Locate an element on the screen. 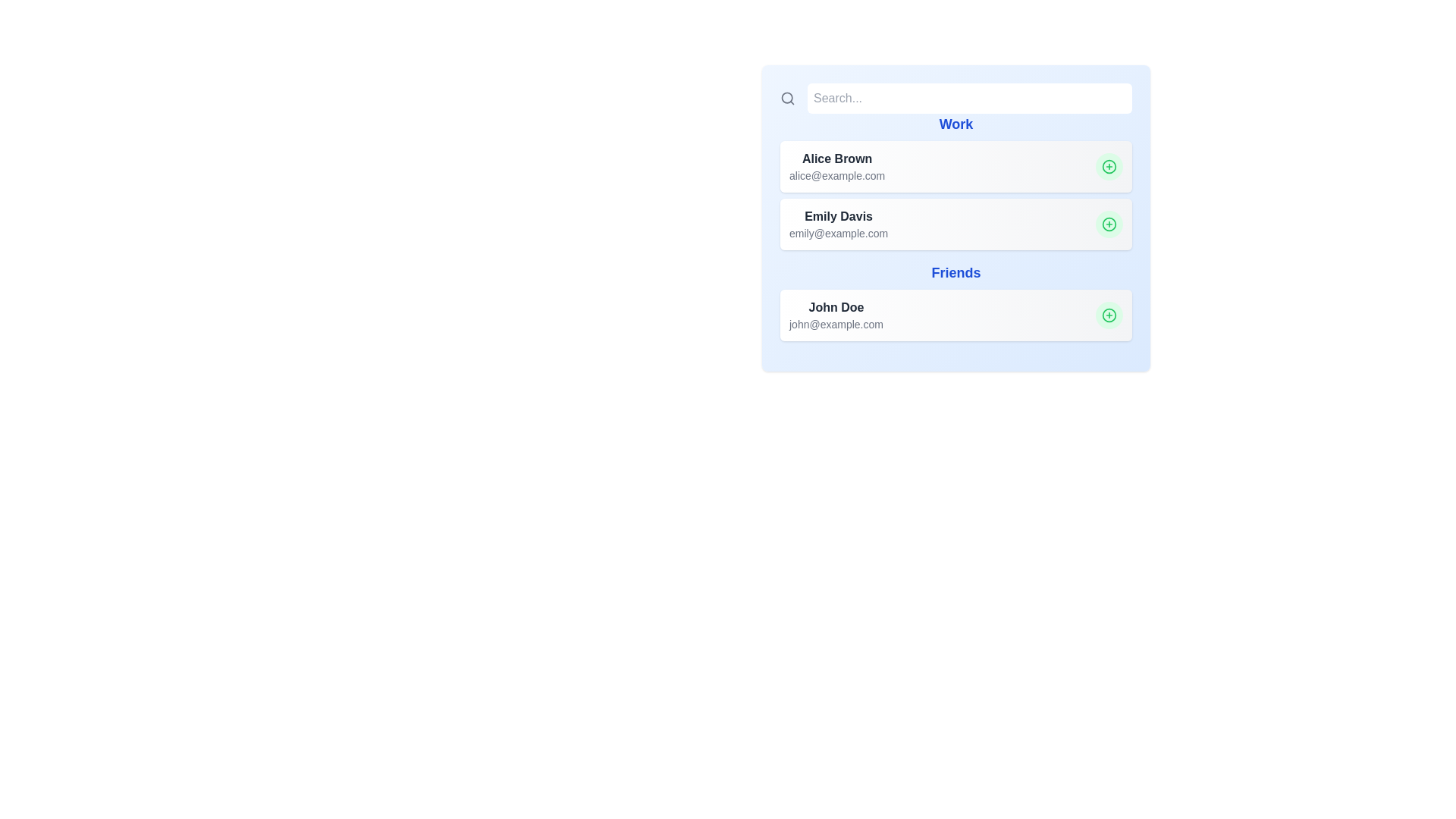  green button next to the contact named John Doe is located at coordinates (1109, 315).